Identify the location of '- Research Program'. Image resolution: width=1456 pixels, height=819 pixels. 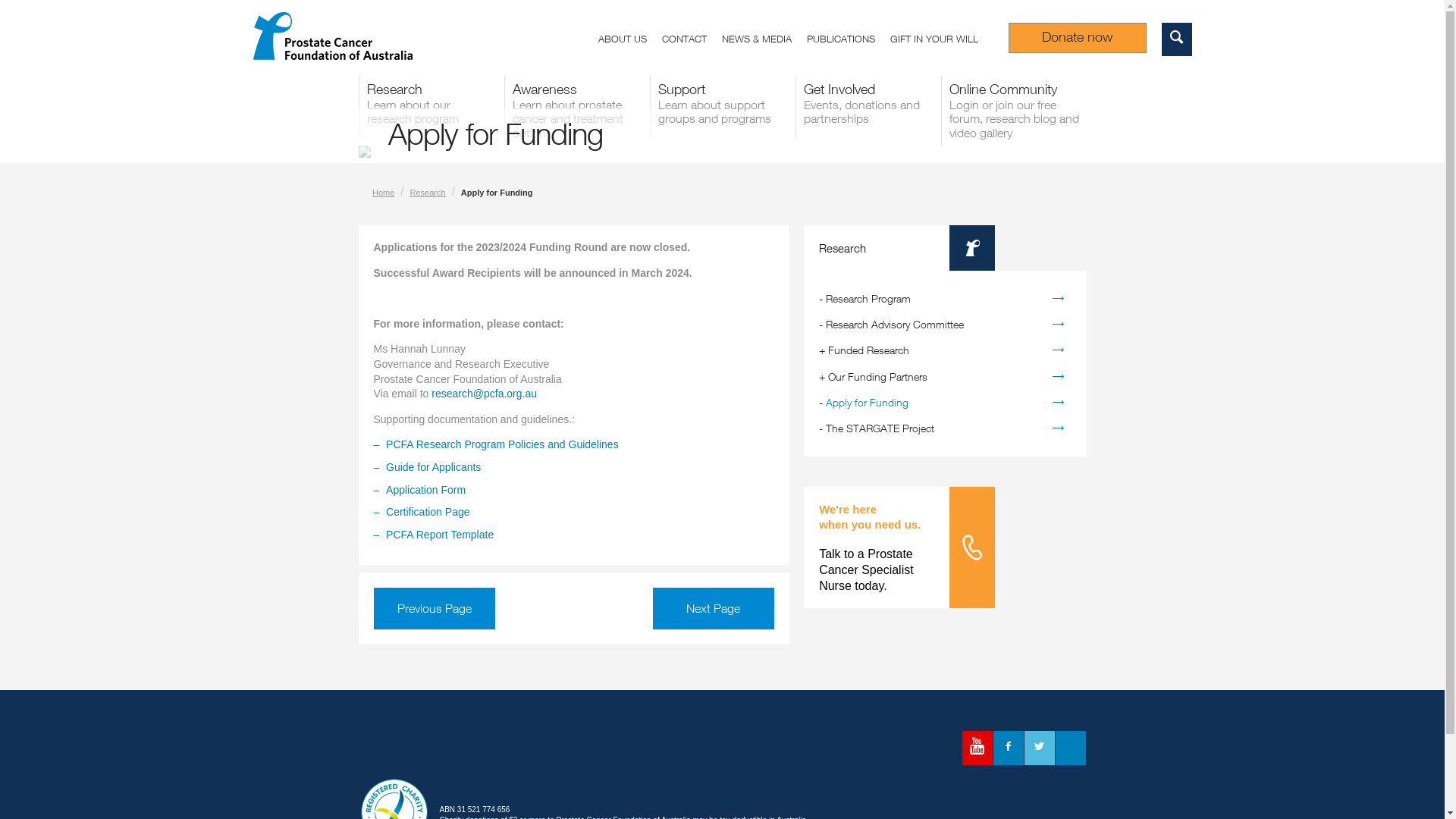
(944, 298).